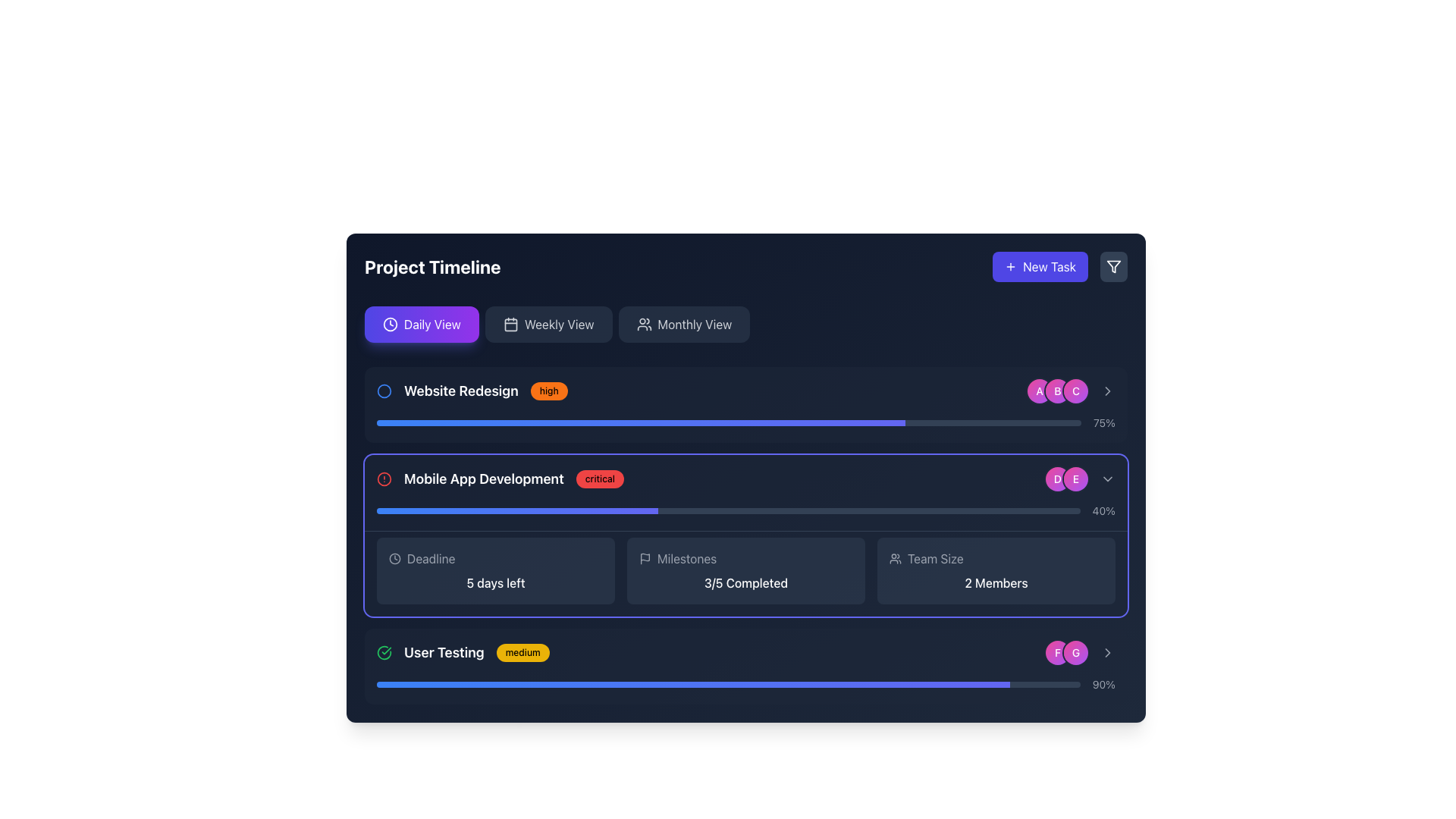  What do you see at coordinates (698, 423) in the screenshot?
I see `progress` at bounding box center [698, 423].